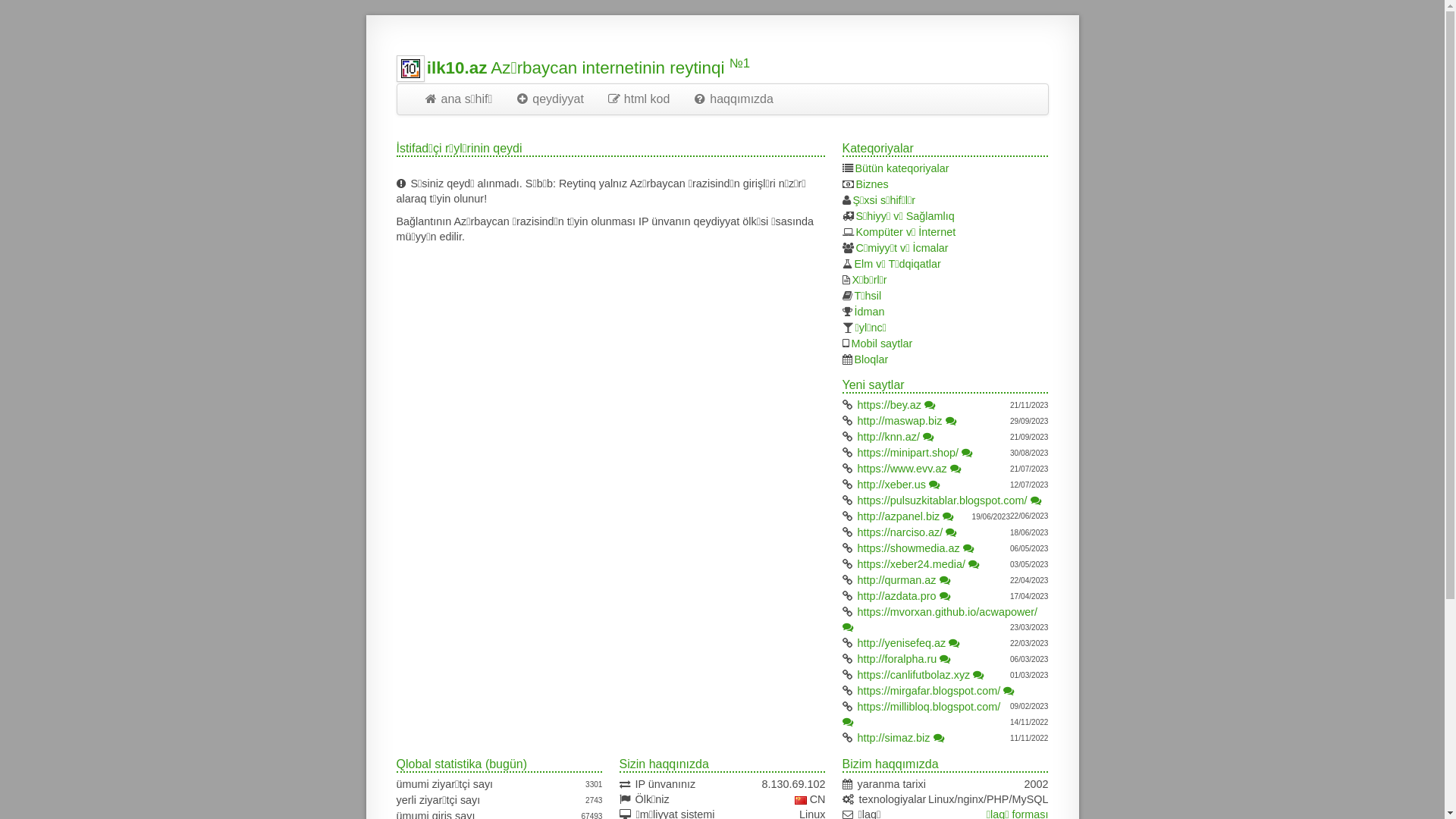 The height and width of the screenshot is (819, 1456). I want to click on 'Biznes', so click(872, 184).